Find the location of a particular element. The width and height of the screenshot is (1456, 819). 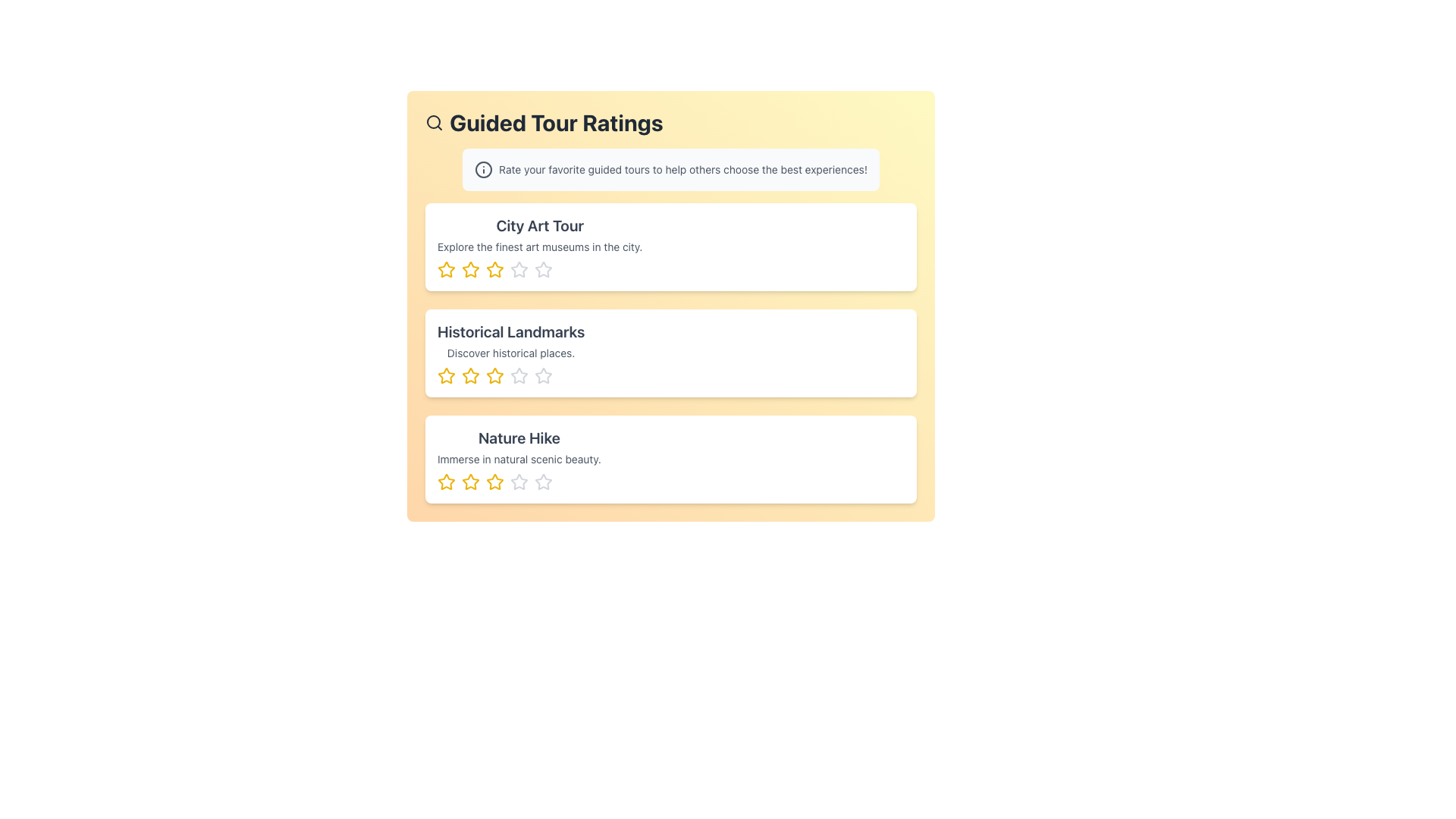

the information icon located in the upper section of the interface, which is positioned to the left of the text 'Rate your favorite guided tours to help others choose the best experiences!' is located at coordinates (483, 169).